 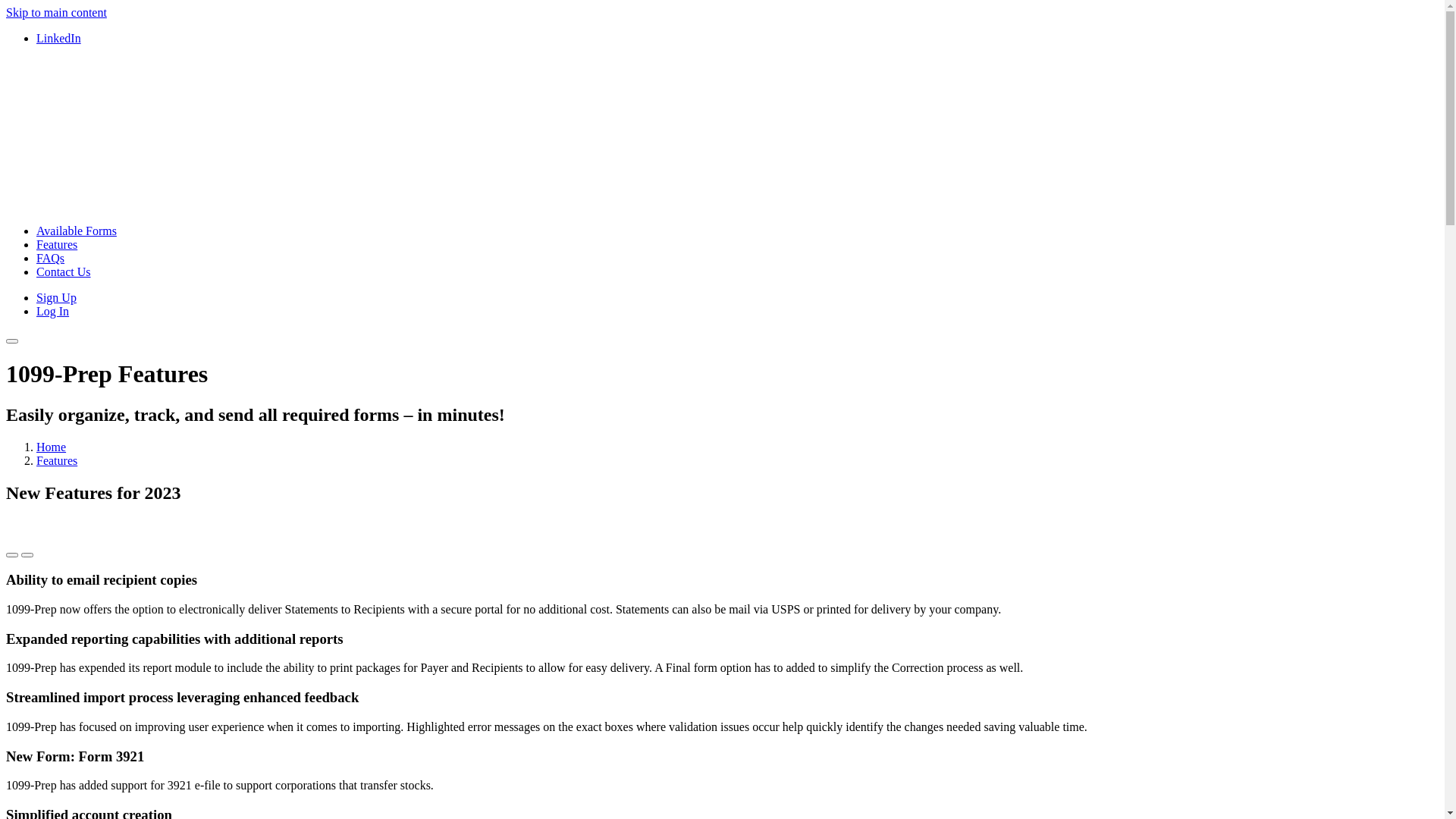 What do you see at coordinates (57, 243) in the screenshot?
I see `'Features'` at bounding box center [57, 243].